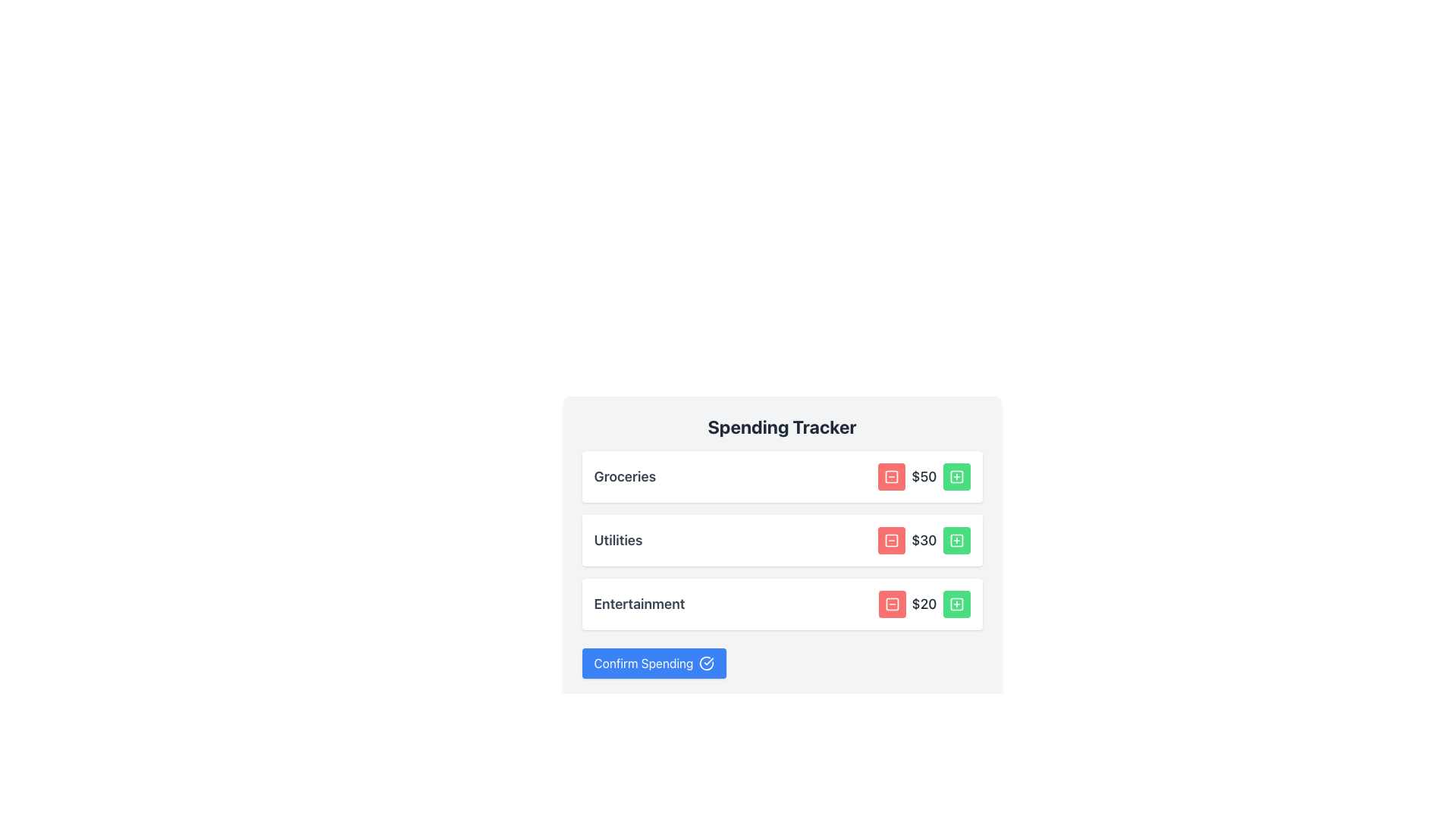 The image size is (1456, 819). What do you see at coordinates (892, 475) in the screenshot?
I see `the red square button with rounded corners featuring a white minus icon, located to the left of the '$50' text in the 'Groceries' row of the 'Spending Tracker' interface` at bounding box center [892, 475].